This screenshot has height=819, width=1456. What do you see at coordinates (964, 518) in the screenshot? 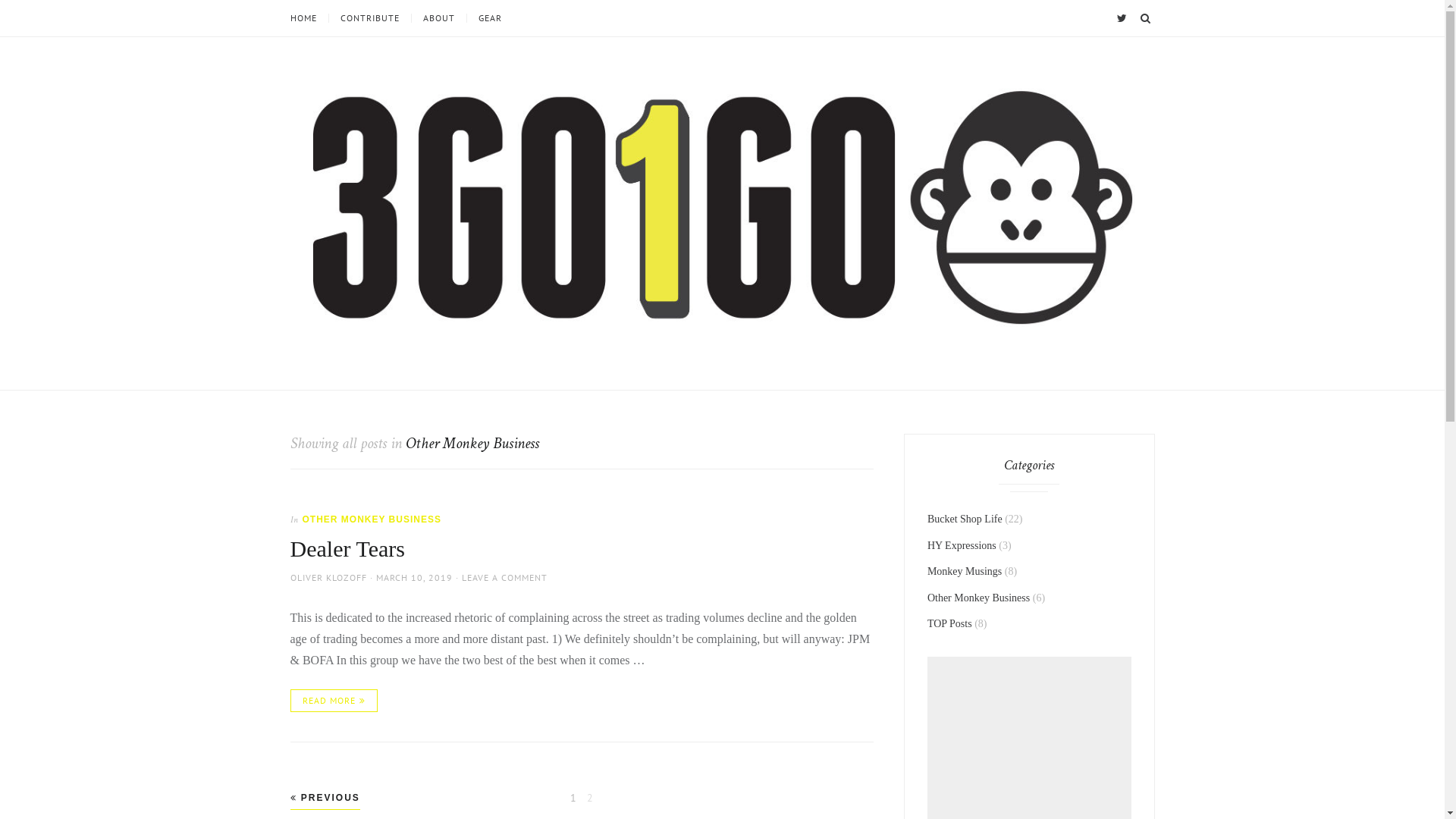
I see `'Bucket Shop Life'` at bounding box center [964, 518].